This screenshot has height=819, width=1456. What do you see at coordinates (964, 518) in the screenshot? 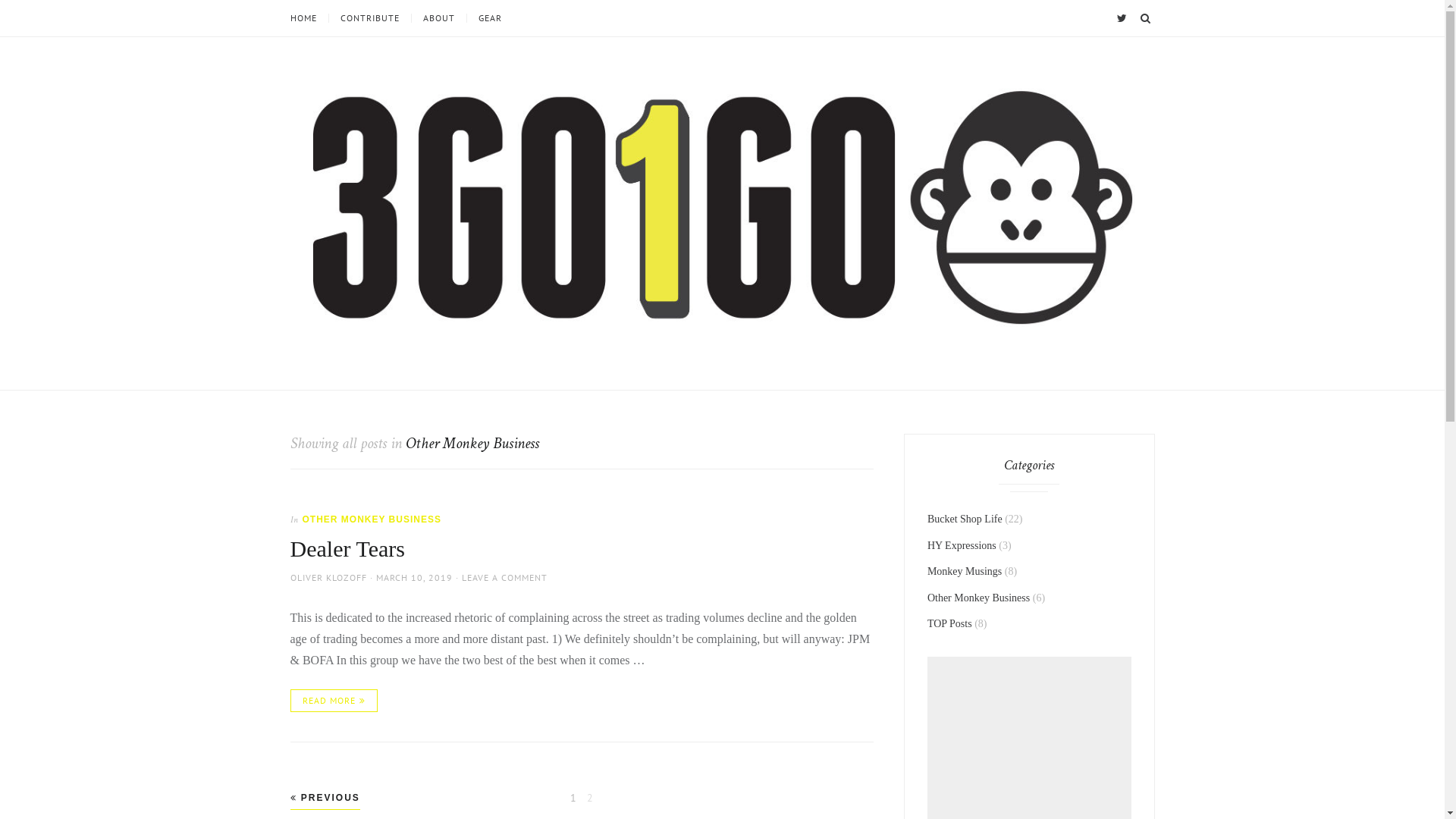
I see `'Bucket Shop Life'` at bounding box center [964, 518].